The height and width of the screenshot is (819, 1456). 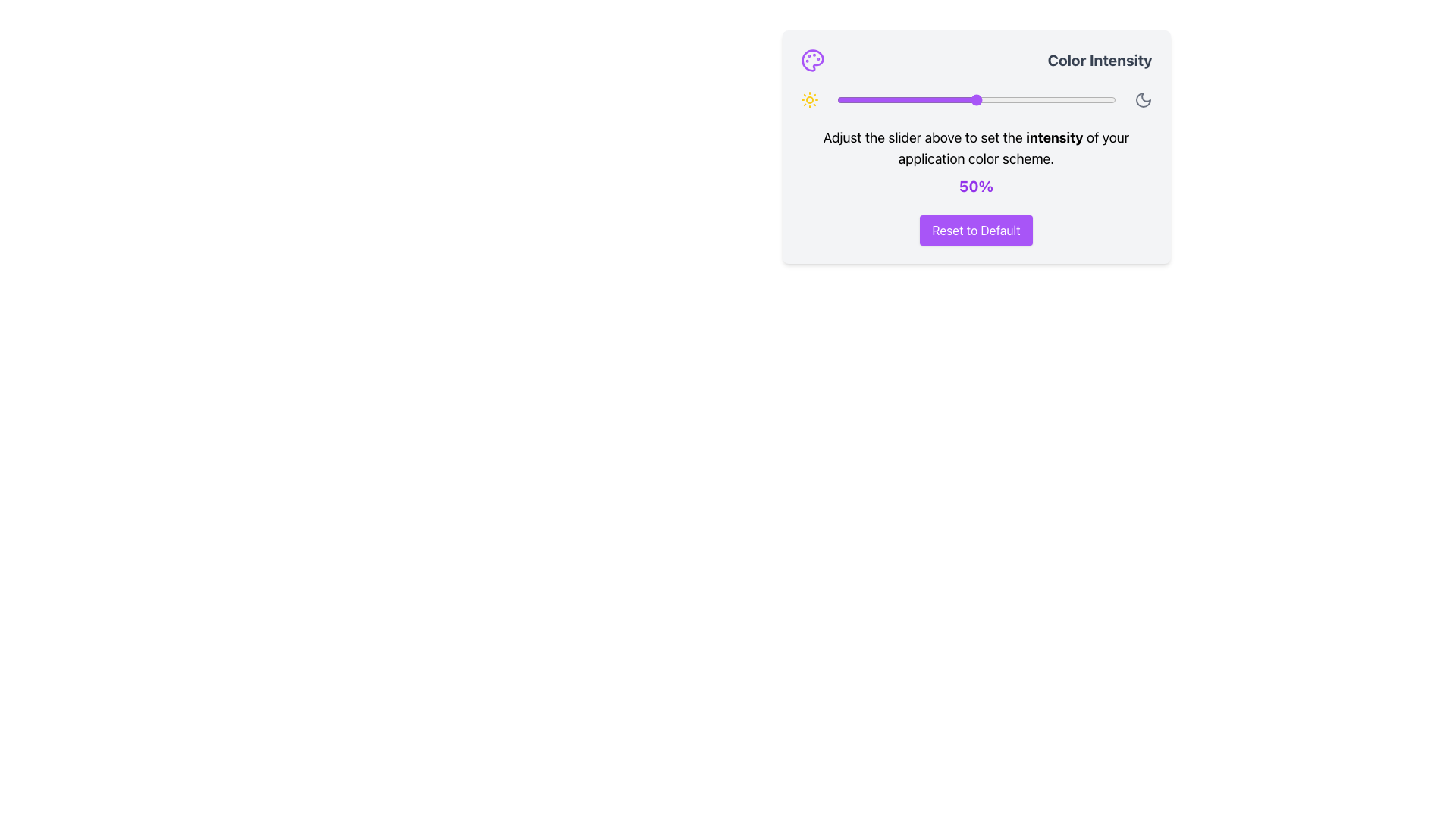 I want to click on the horizontal range slider with a purple accent and a rounded handle, positioned centrally between a sun icon on the left and a moon icon on the right, indicating a value of approximately 50%, so click(x=976, y=99).